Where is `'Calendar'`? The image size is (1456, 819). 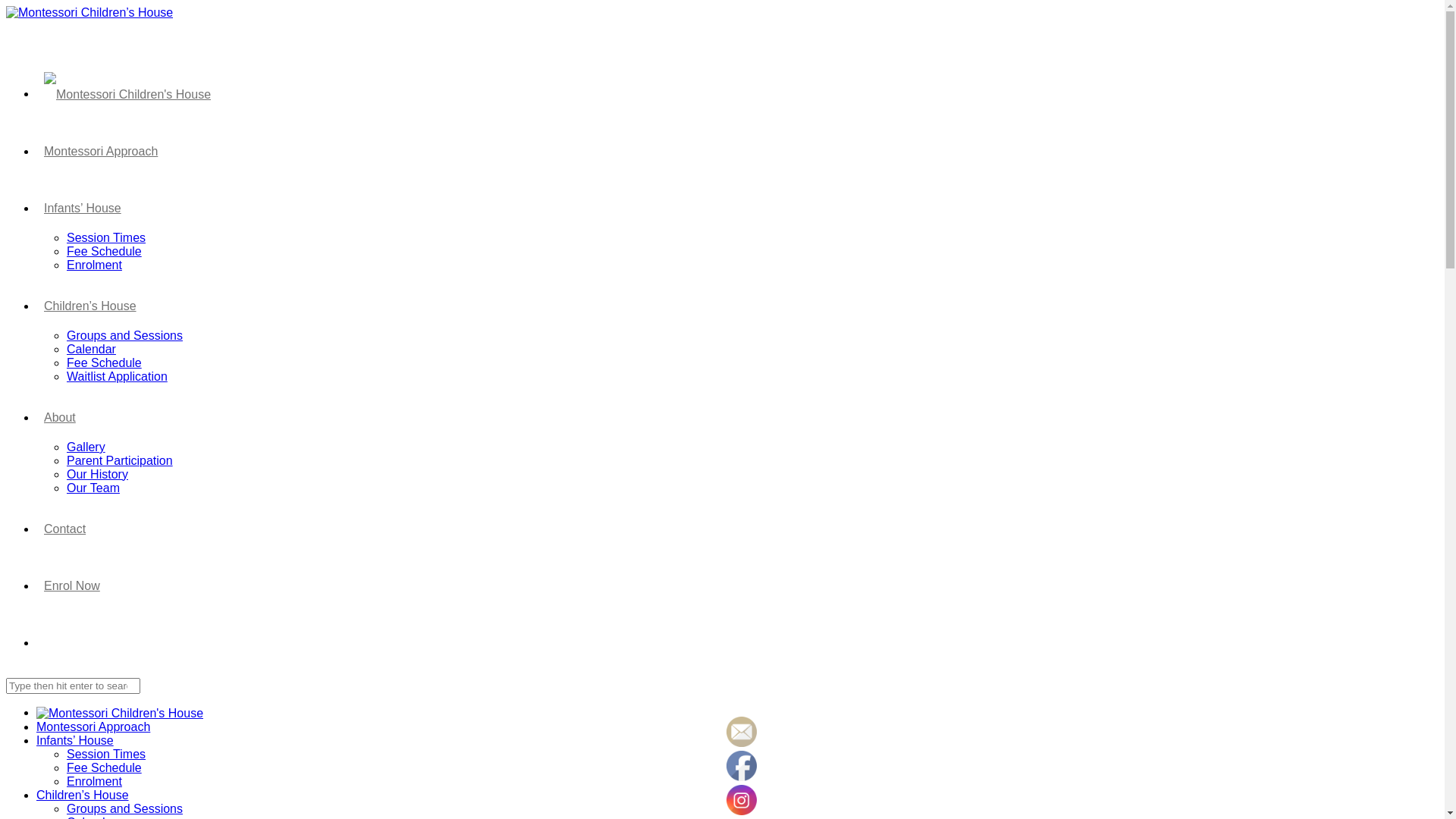 'Calendar' is located at coordinates (65, 349).